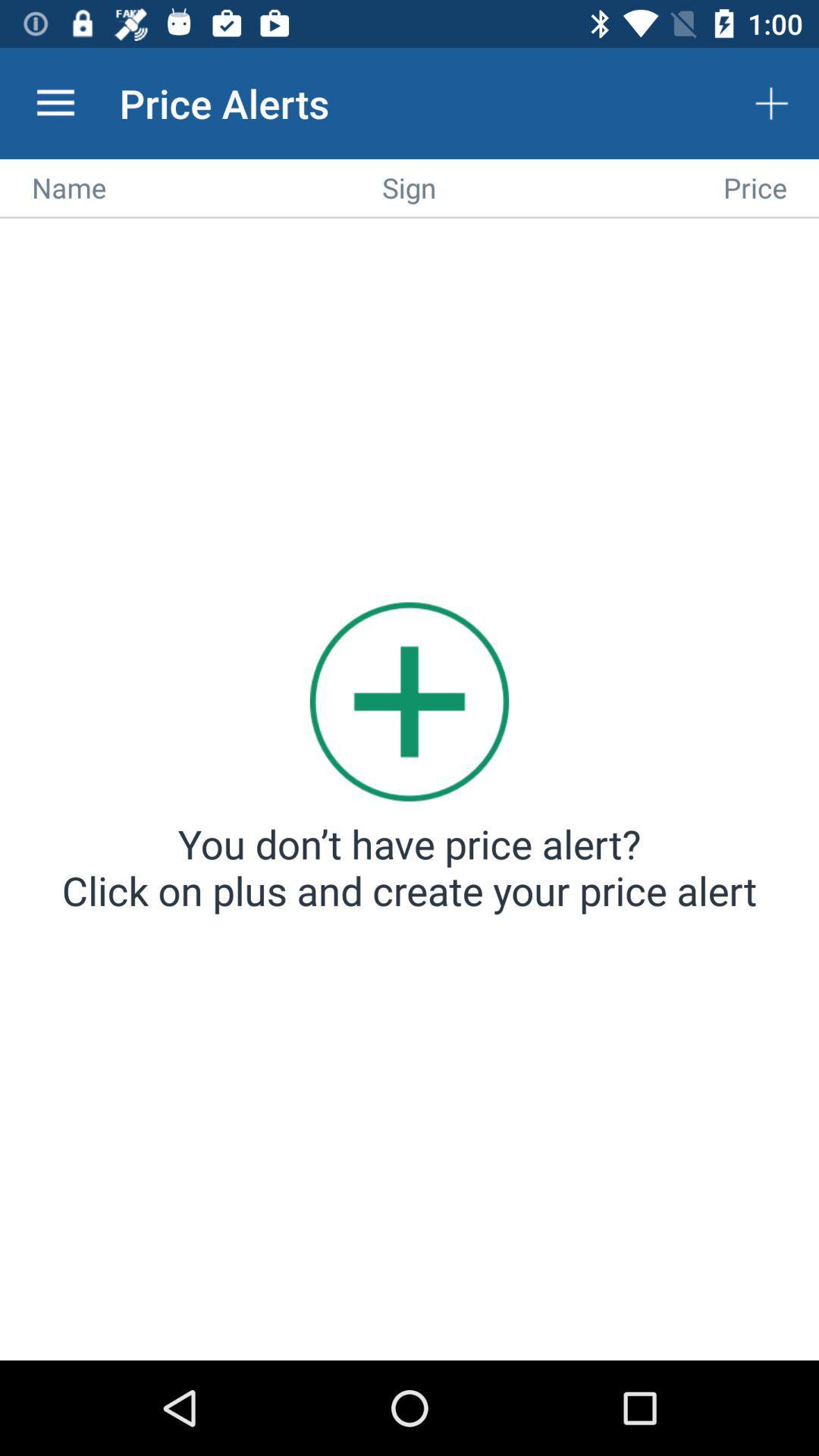  I want to click on the item above you don t icon, so click(409, 701).